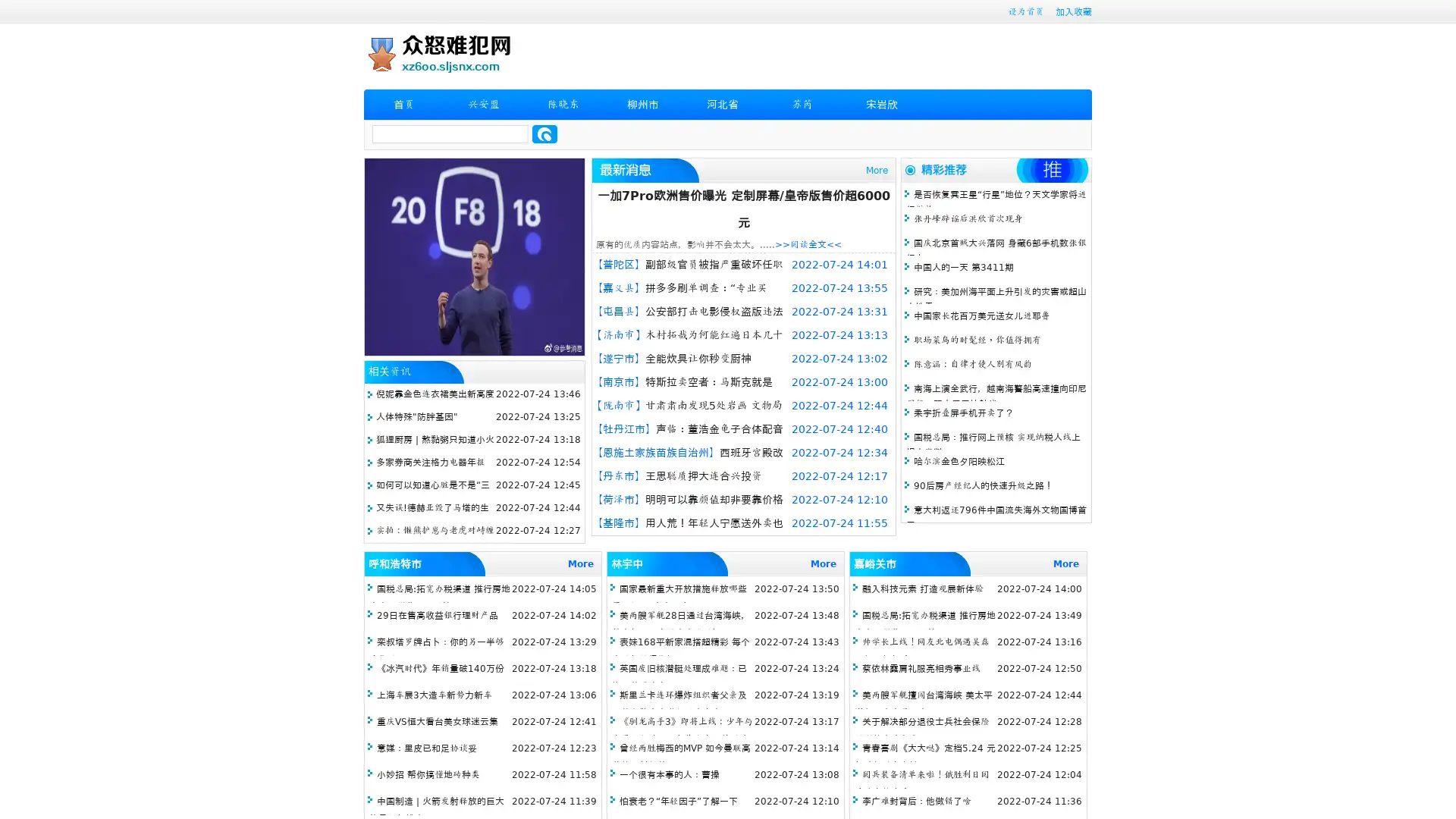 This screenshot has height=819, width=1456. What do you see at coordinates (544, 133) in the screenshot?
I see `Search` at bounding box center [544, 133].